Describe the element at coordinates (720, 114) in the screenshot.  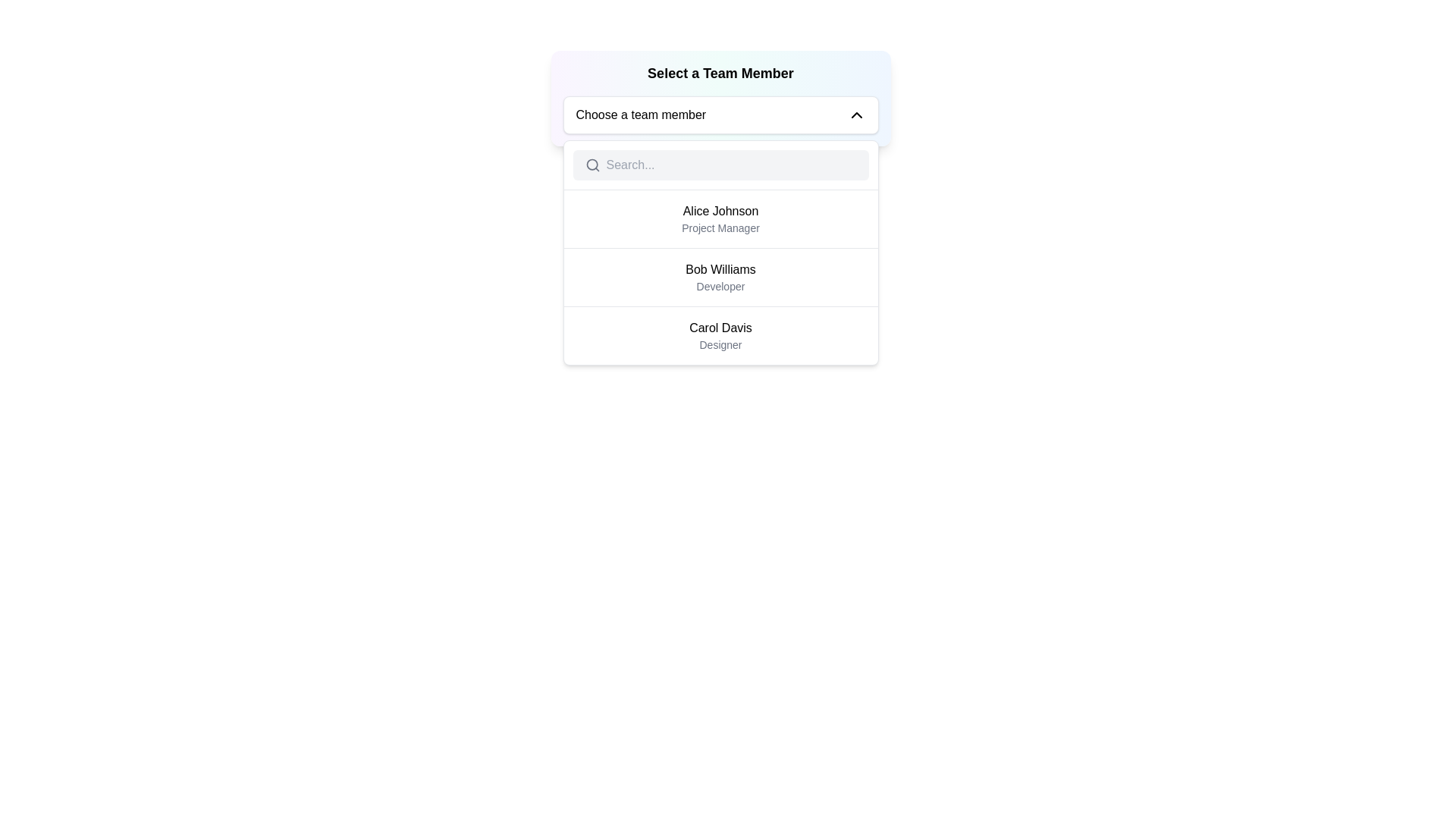
I see `the dropdown input field labeled 'Choose a team member'` at that location.